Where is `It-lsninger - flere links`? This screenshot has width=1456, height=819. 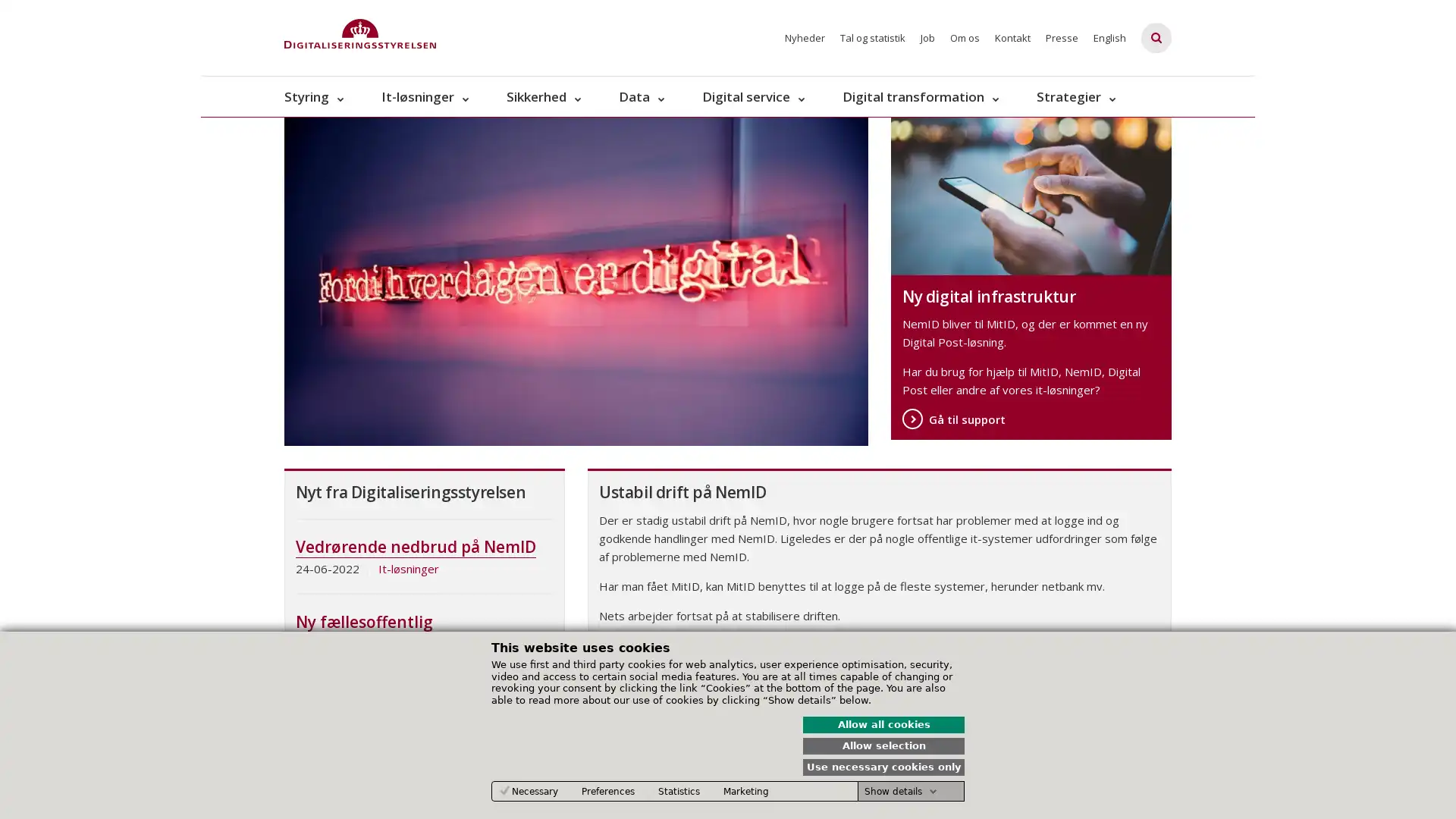
It-lsninger - flere links is located at coordinates (464, 97).